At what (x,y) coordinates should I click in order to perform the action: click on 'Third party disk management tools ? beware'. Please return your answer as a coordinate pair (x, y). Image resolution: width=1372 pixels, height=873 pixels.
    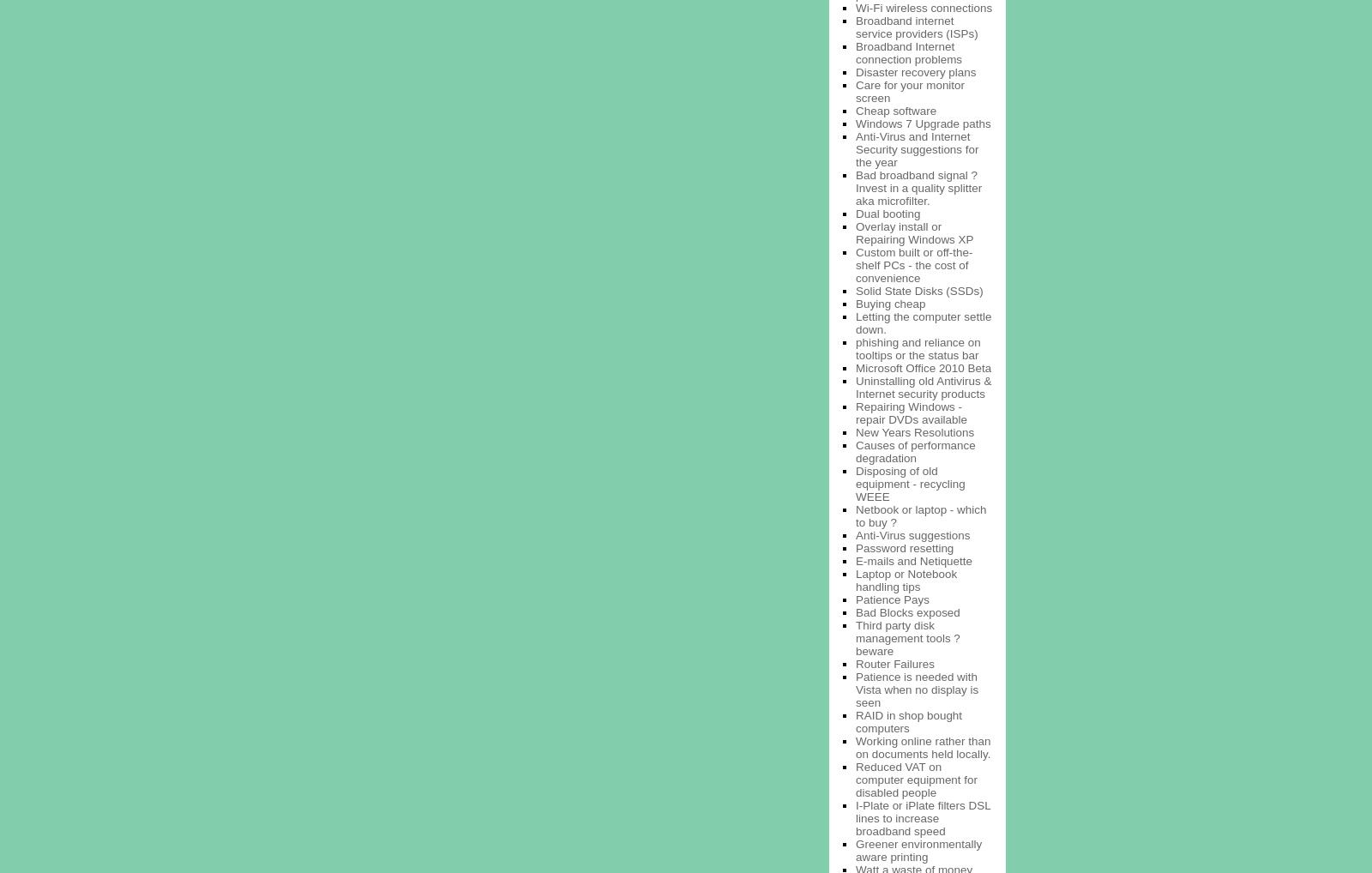
    Looking at the image, I should click on (855, 636).